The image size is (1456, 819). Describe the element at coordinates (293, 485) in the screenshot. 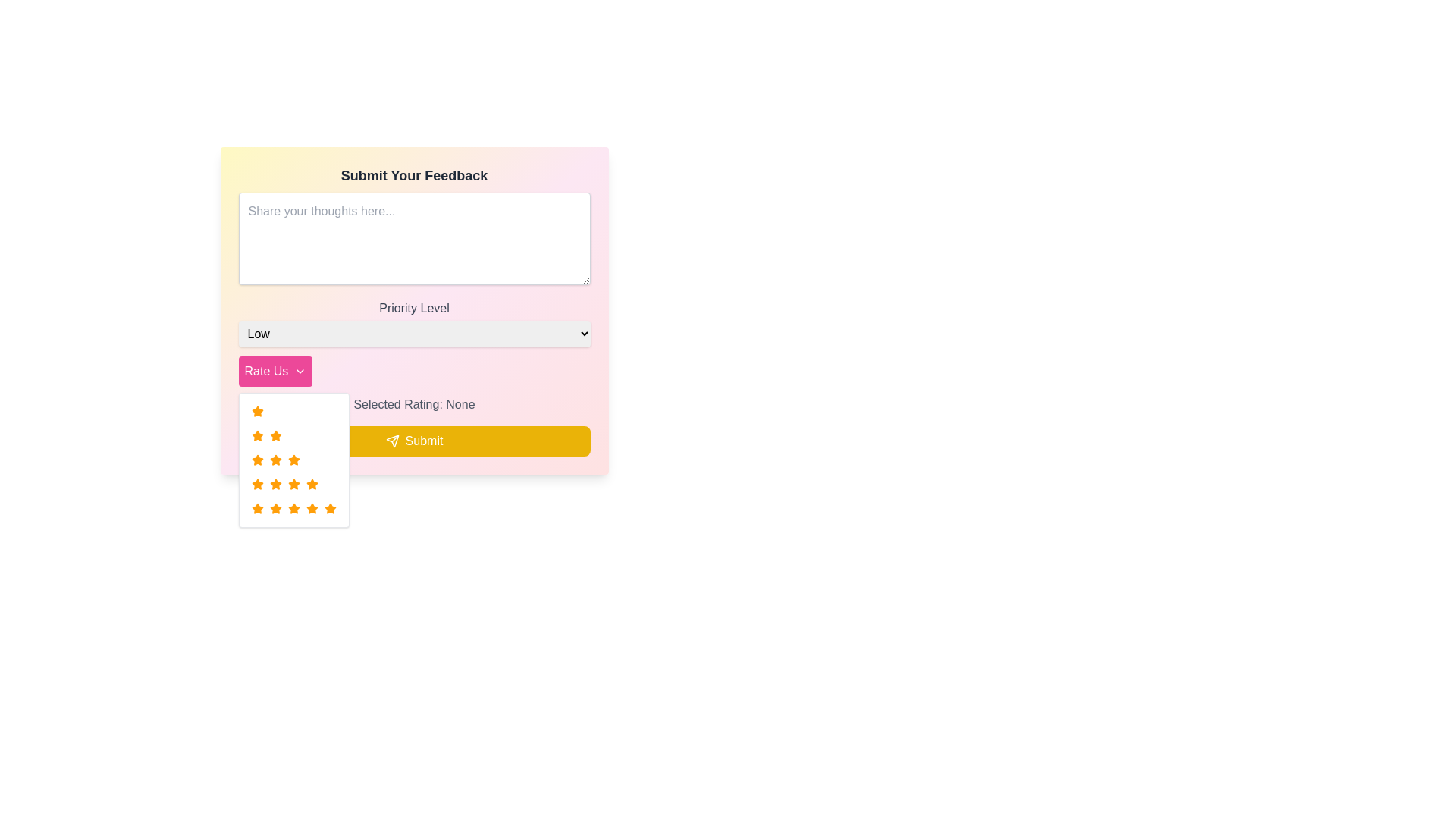

I see `the fourth star icon in the rating system located under the 'Rate Us' dropdown` at that location.